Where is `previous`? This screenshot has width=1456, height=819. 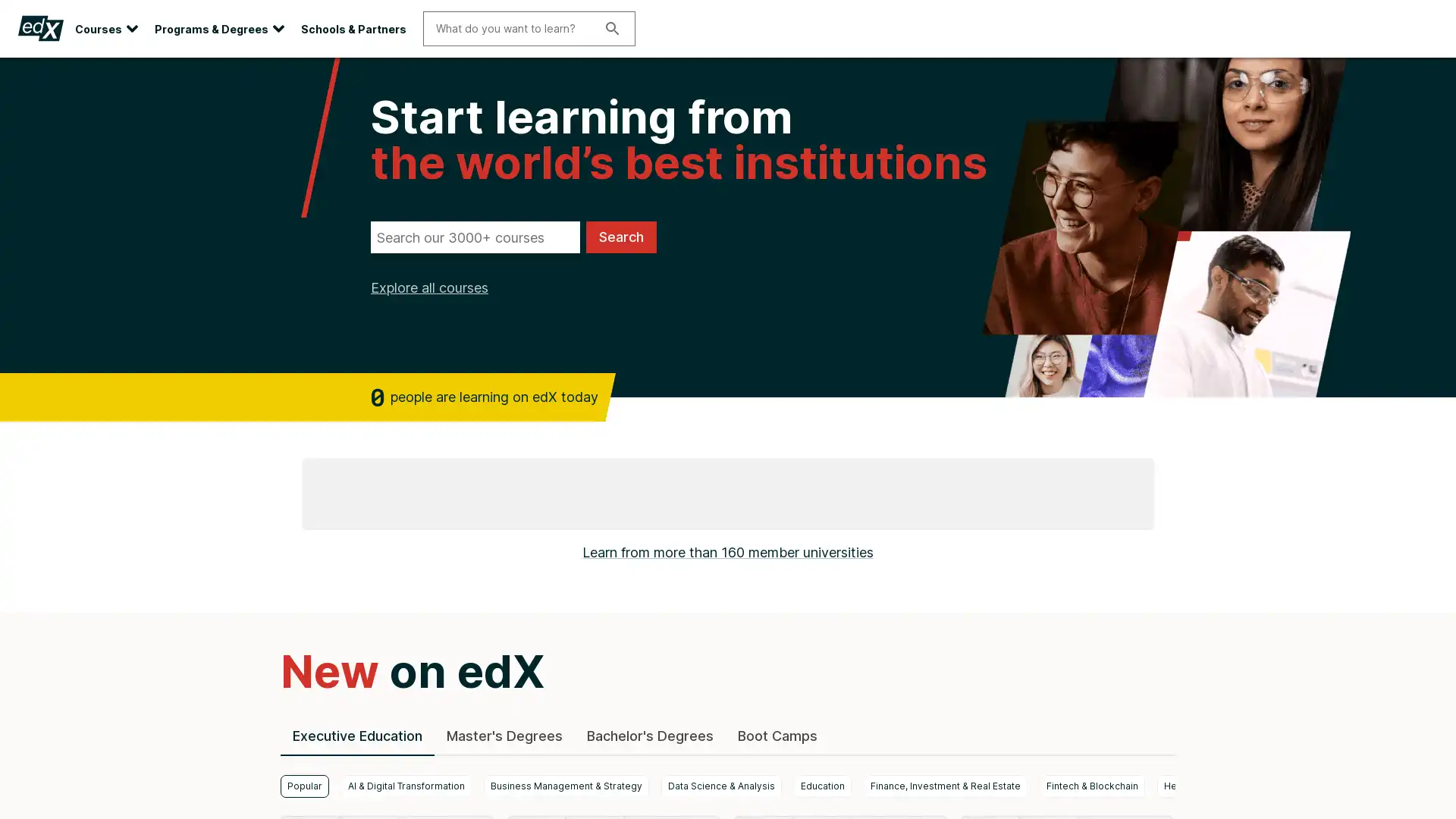
previous is located at coordinates (286, 517).